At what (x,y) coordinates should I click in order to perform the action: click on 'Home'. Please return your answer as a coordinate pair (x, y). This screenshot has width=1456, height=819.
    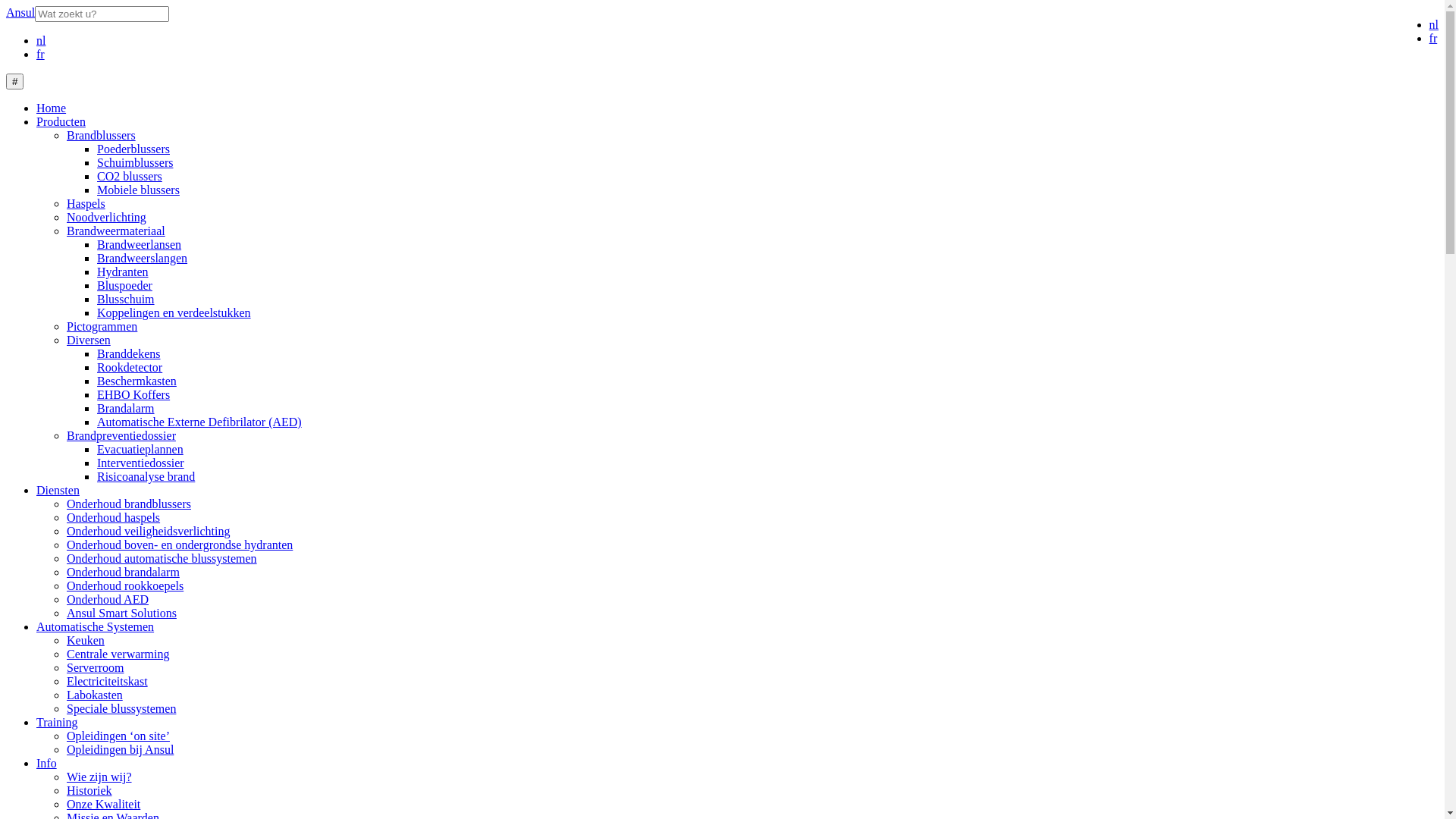
    Looking at the image, I should click on (51, 107).